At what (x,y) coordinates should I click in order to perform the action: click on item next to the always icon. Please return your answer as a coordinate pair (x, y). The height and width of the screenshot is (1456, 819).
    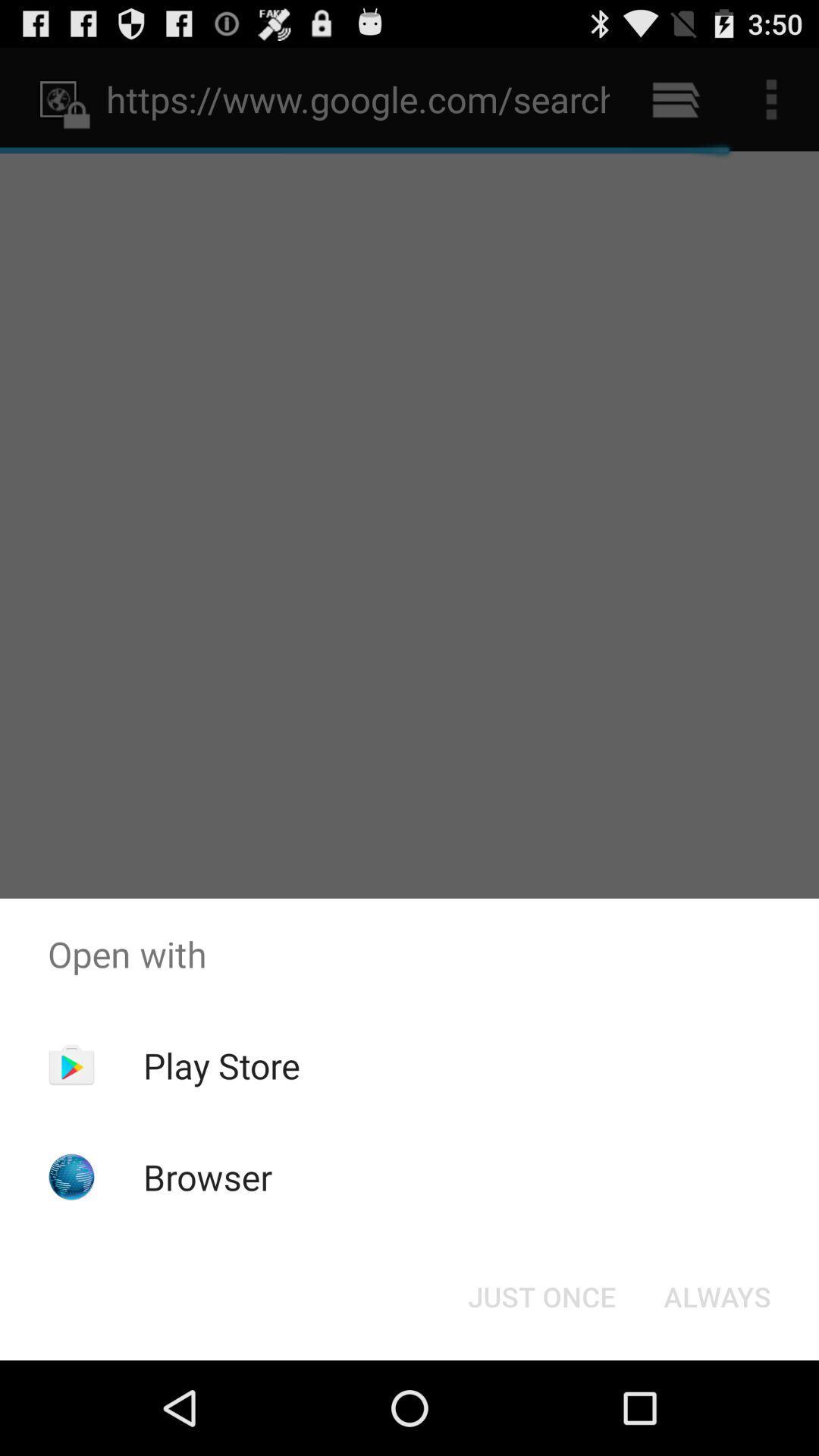
    Looking at the image, I should click on (541, 1295).